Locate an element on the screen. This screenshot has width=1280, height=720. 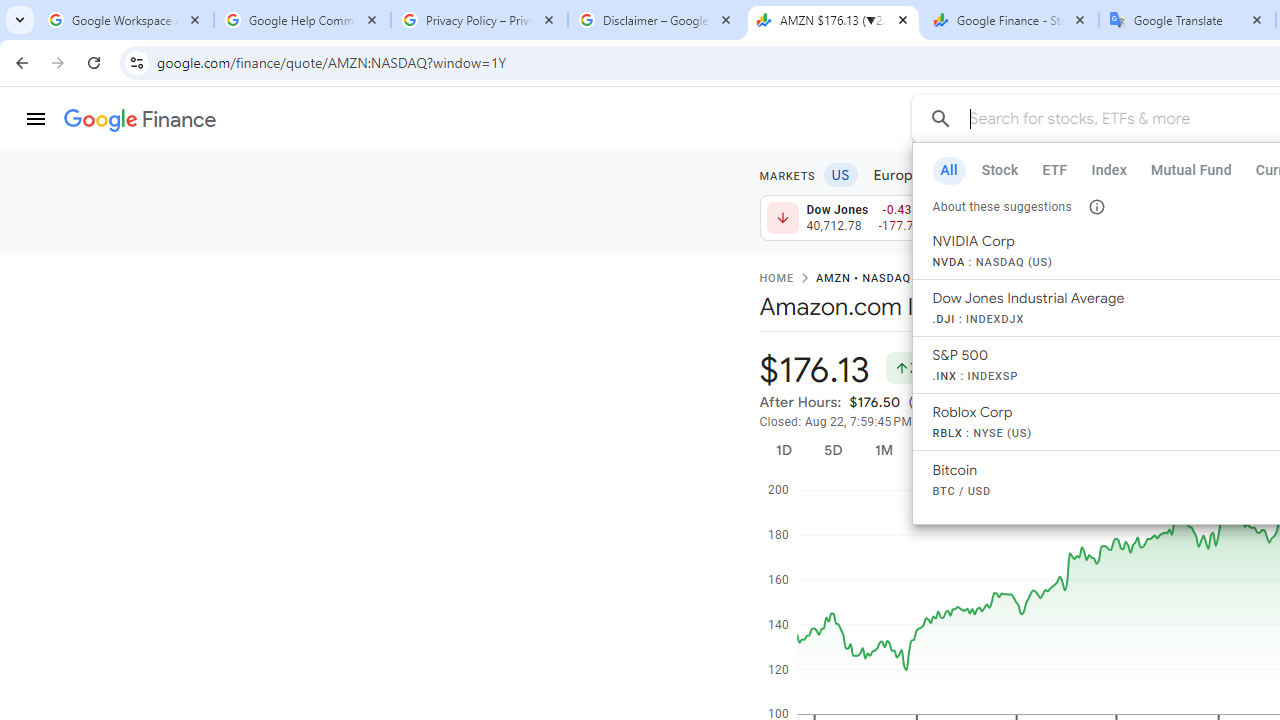
'Europe' is located at coordinates (896, 173).